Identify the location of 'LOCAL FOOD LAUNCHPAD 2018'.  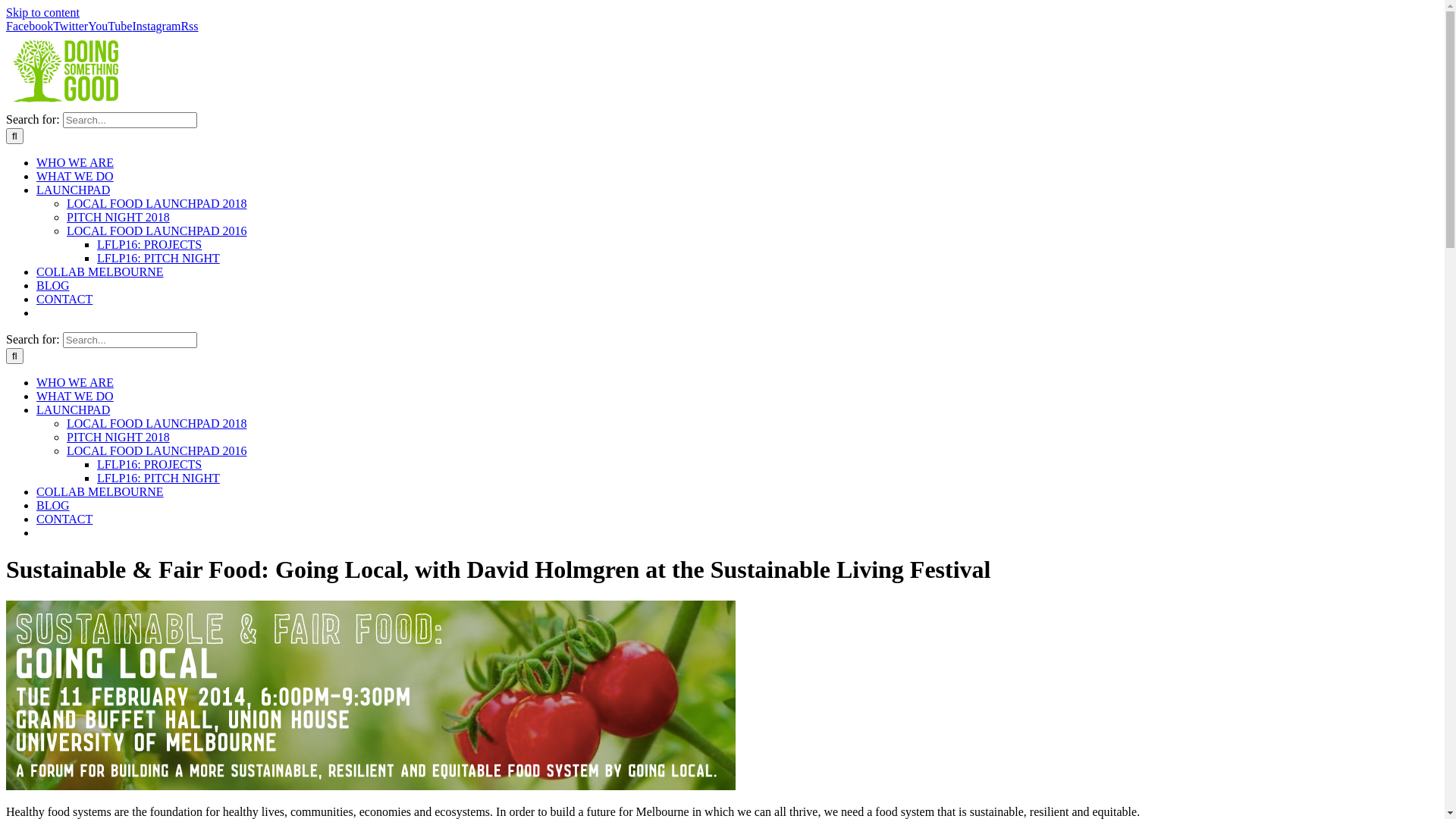
(156, 202).